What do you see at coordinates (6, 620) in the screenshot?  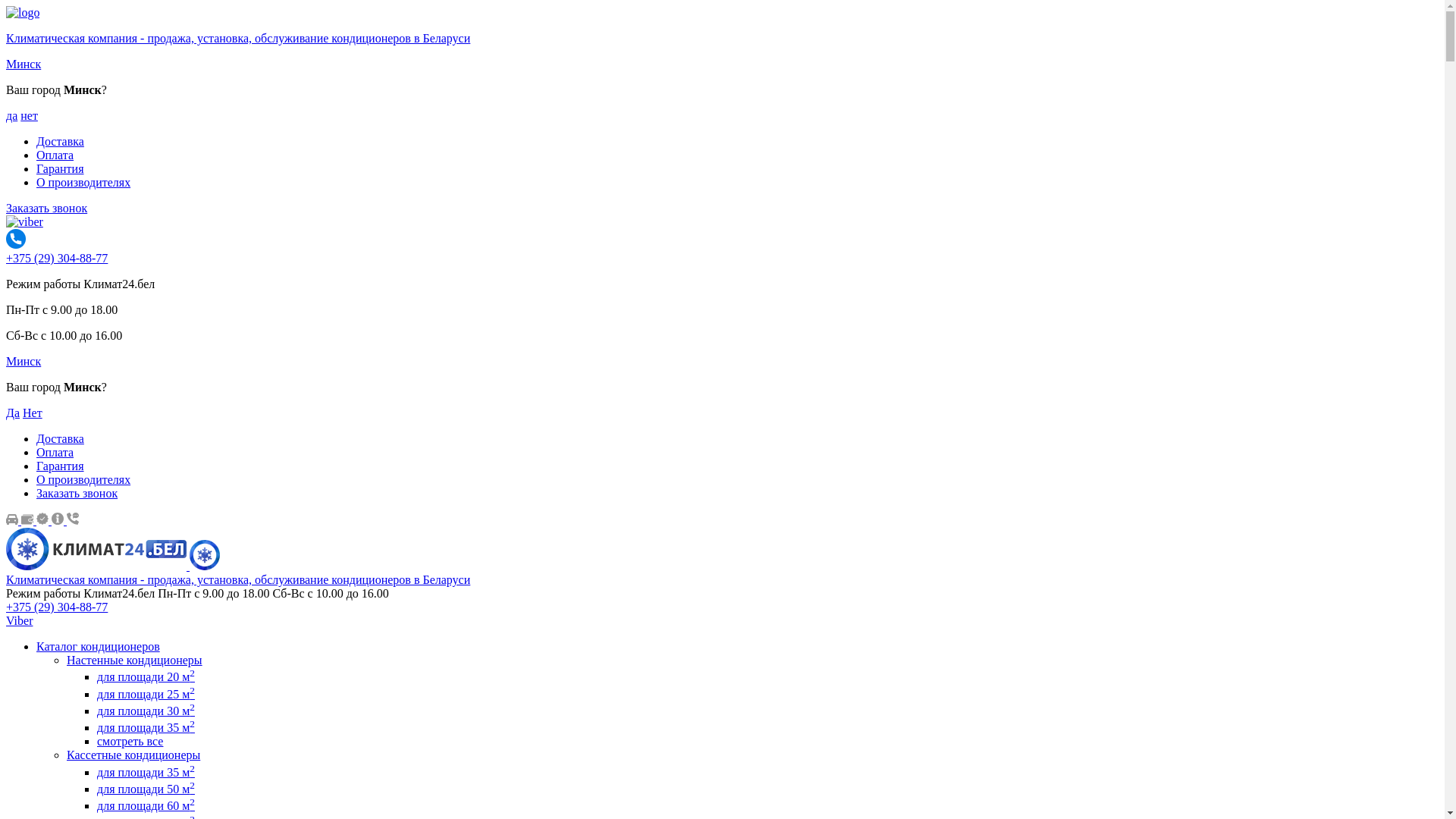 I see `'Viber'` at bounding box center [6, 620].